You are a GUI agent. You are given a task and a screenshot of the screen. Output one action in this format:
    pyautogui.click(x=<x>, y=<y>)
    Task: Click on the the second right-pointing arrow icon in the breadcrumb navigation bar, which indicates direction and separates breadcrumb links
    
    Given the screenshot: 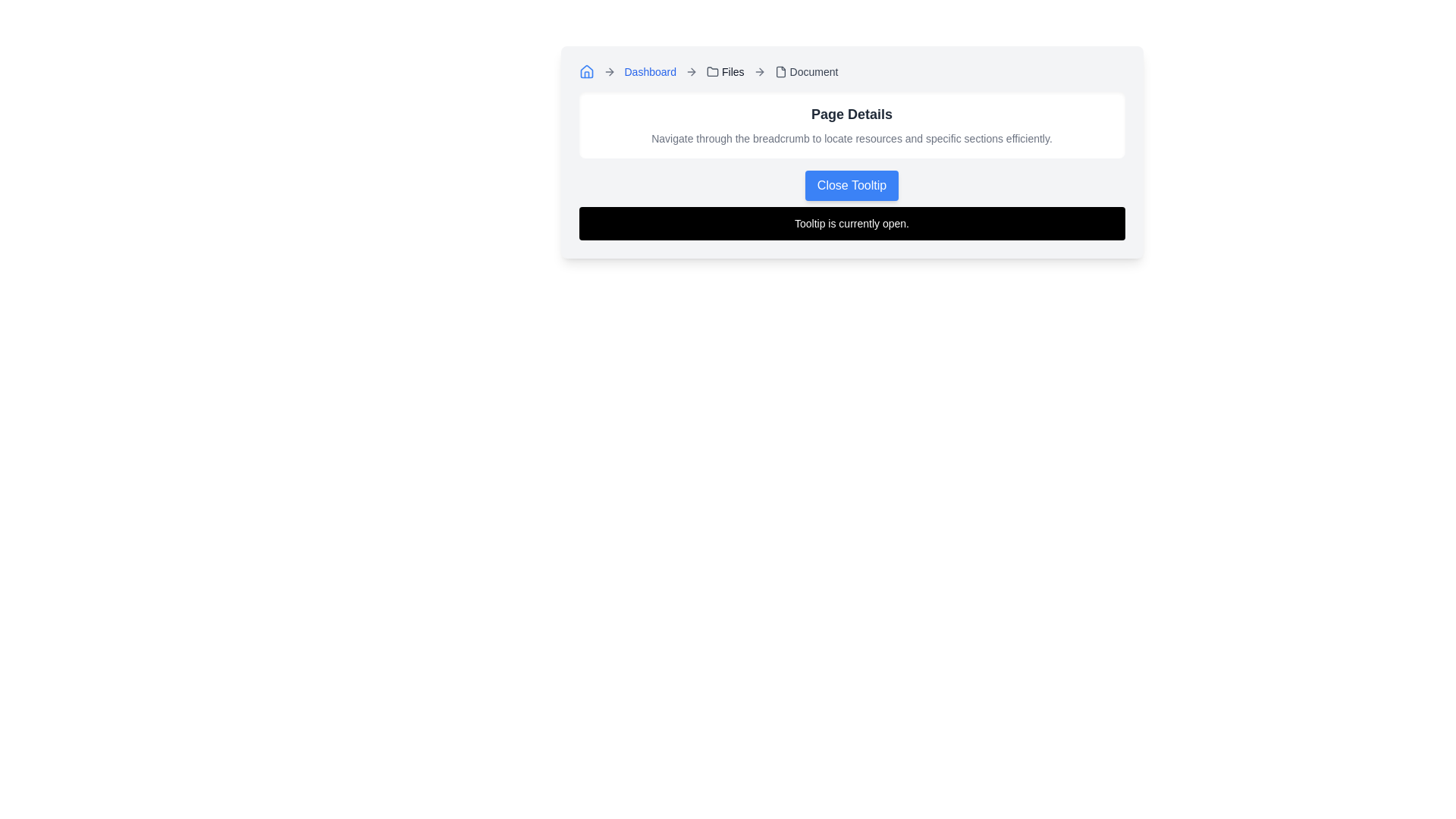 What is the action you would take?
    pyautogui.click(x=691, y=72)
    